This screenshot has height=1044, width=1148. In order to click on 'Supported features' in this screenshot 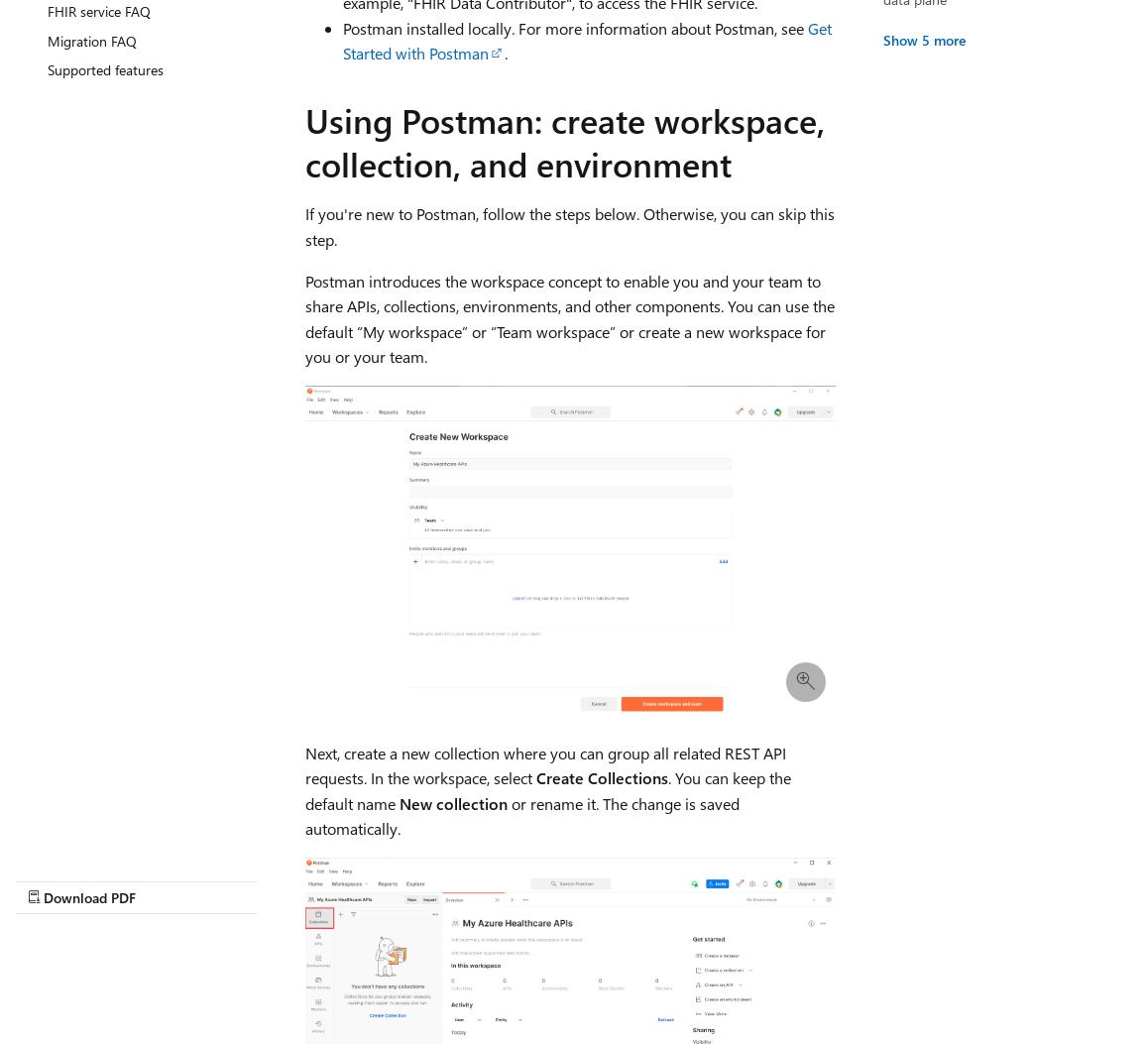, I will do `click(47, 68)`.